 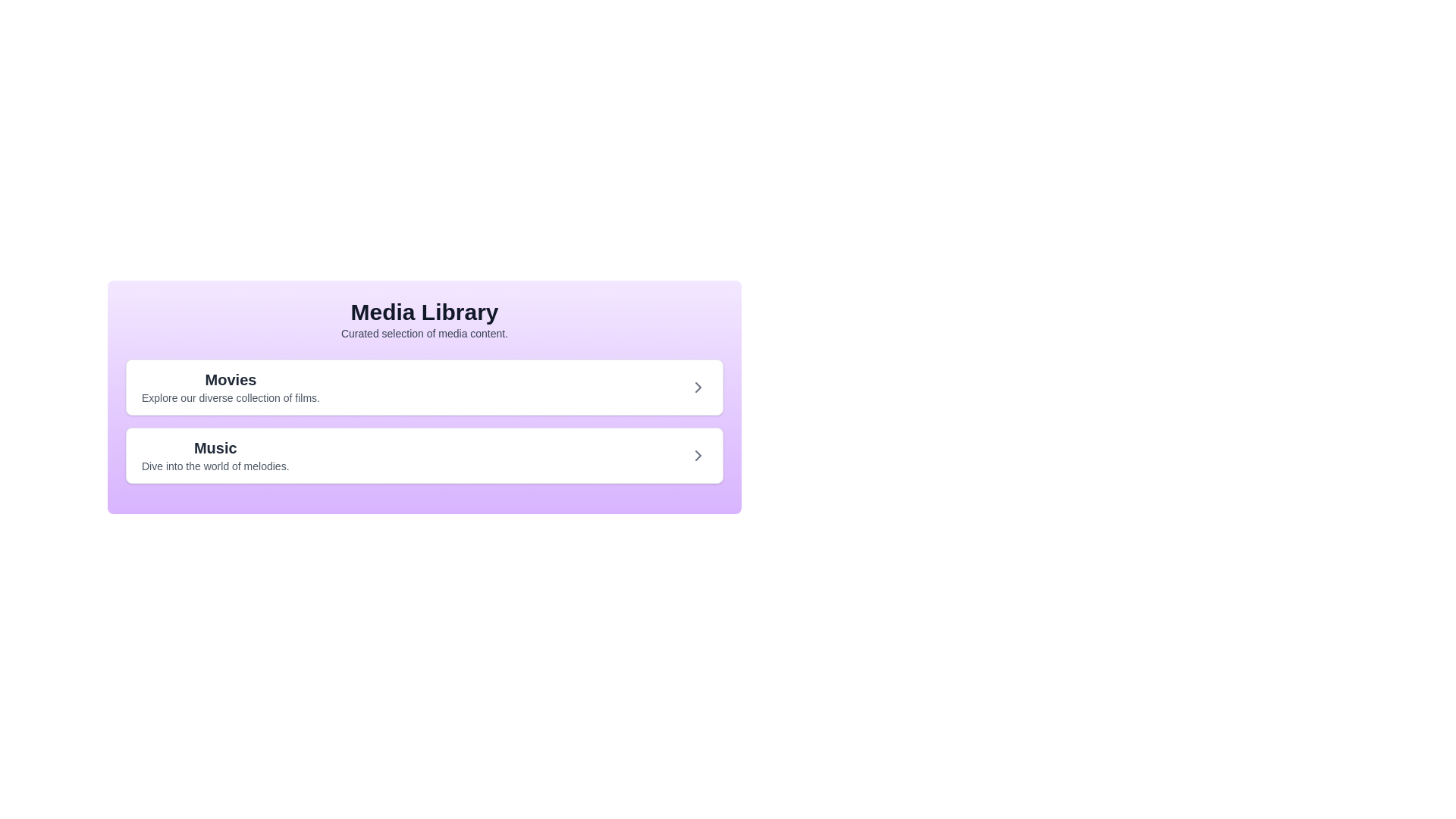 I want to click on the chevron icon on the far-right end of the 'Music' item, so click(x=698, y=455).